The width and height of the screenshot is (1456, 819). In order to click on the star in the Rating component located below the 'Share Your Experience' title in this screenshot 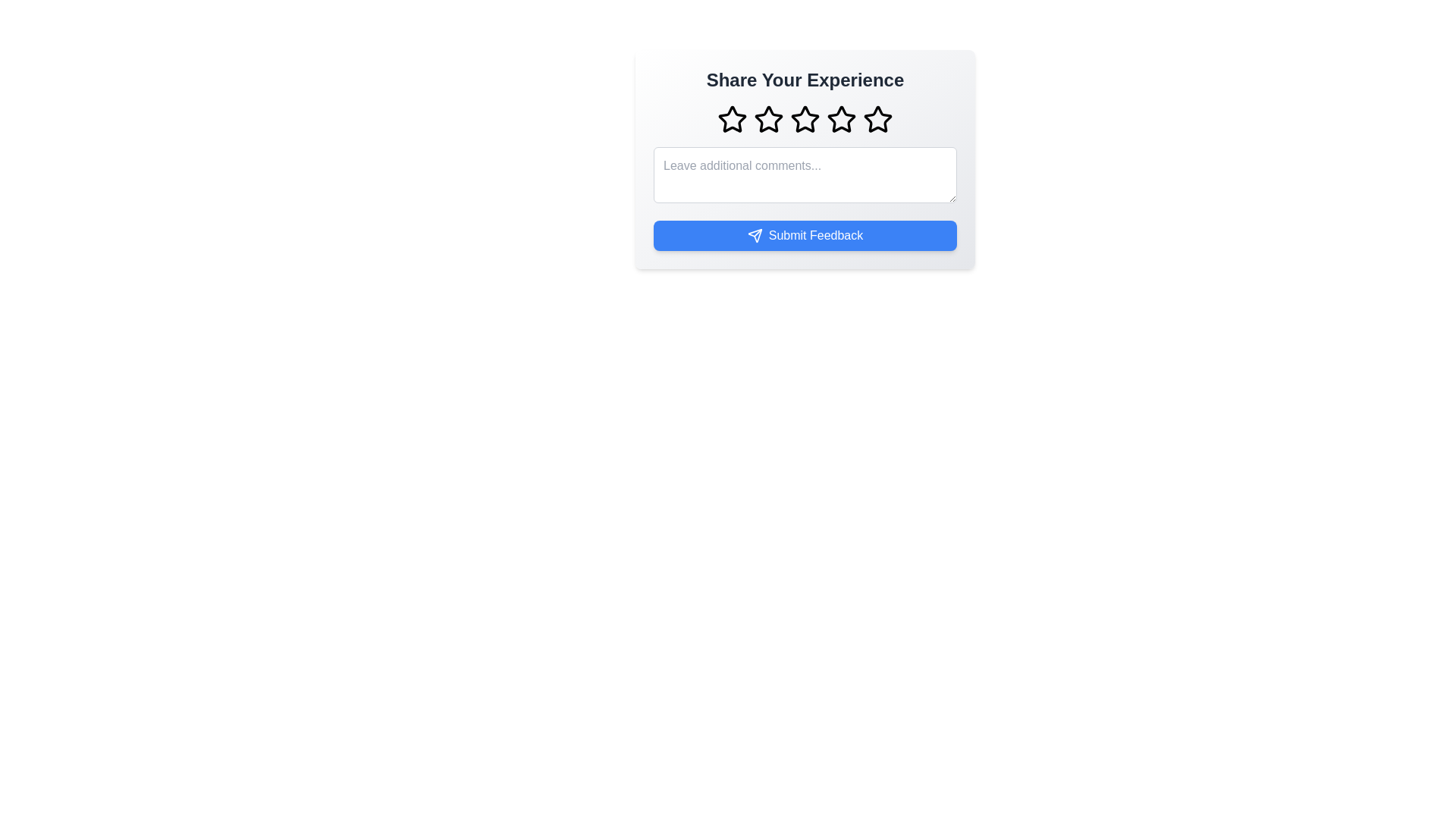, I will do `click(804, 119)`.